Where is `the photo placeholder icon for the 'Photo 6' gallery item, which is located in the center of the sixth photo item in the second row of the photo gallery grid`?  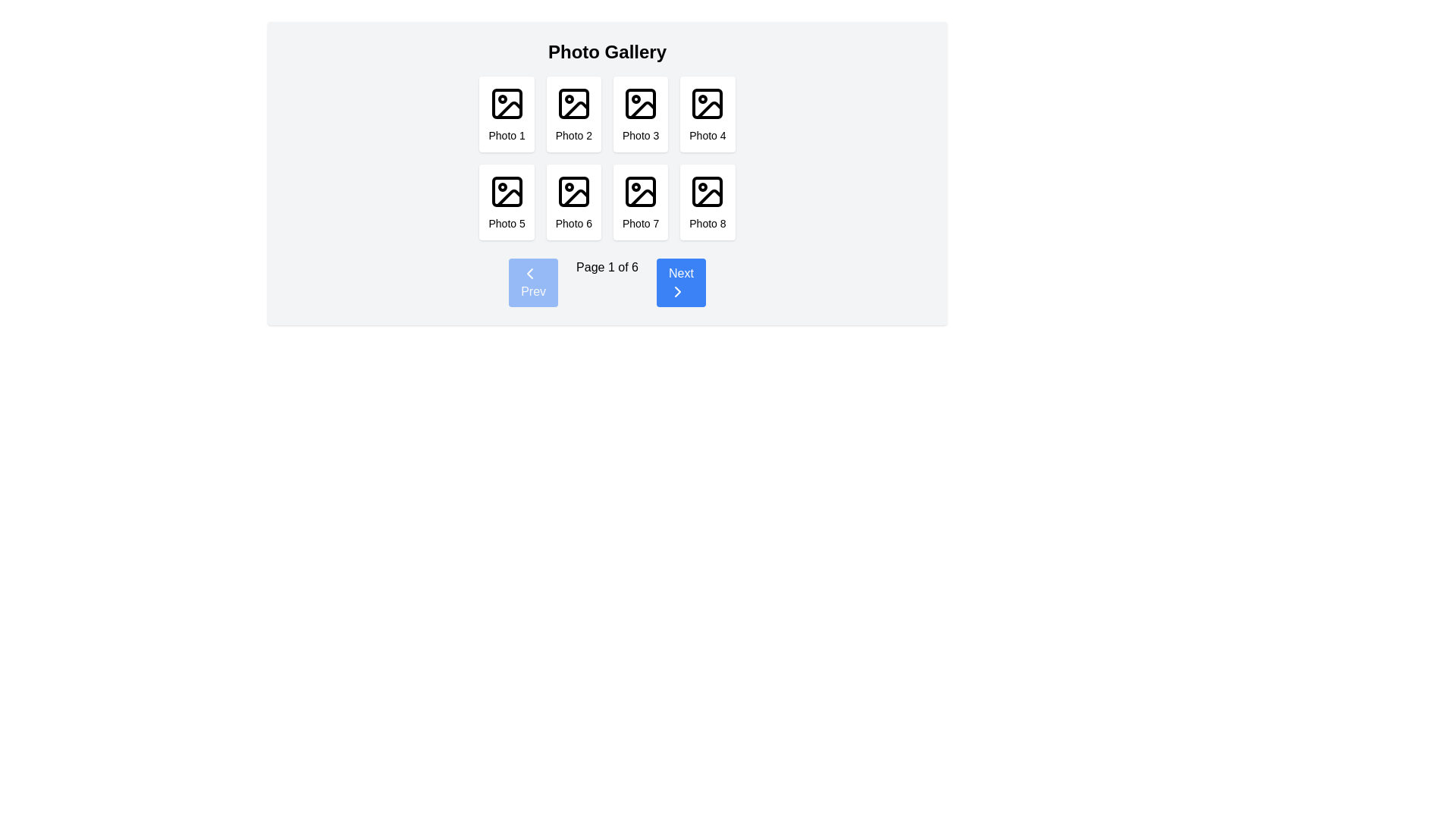 the photo placeholder icon for the 'Photo 6' gallery item, which is located in the center of the sixth photo item in the second row of the photo gallery grid is located at coordinates (573, 191).